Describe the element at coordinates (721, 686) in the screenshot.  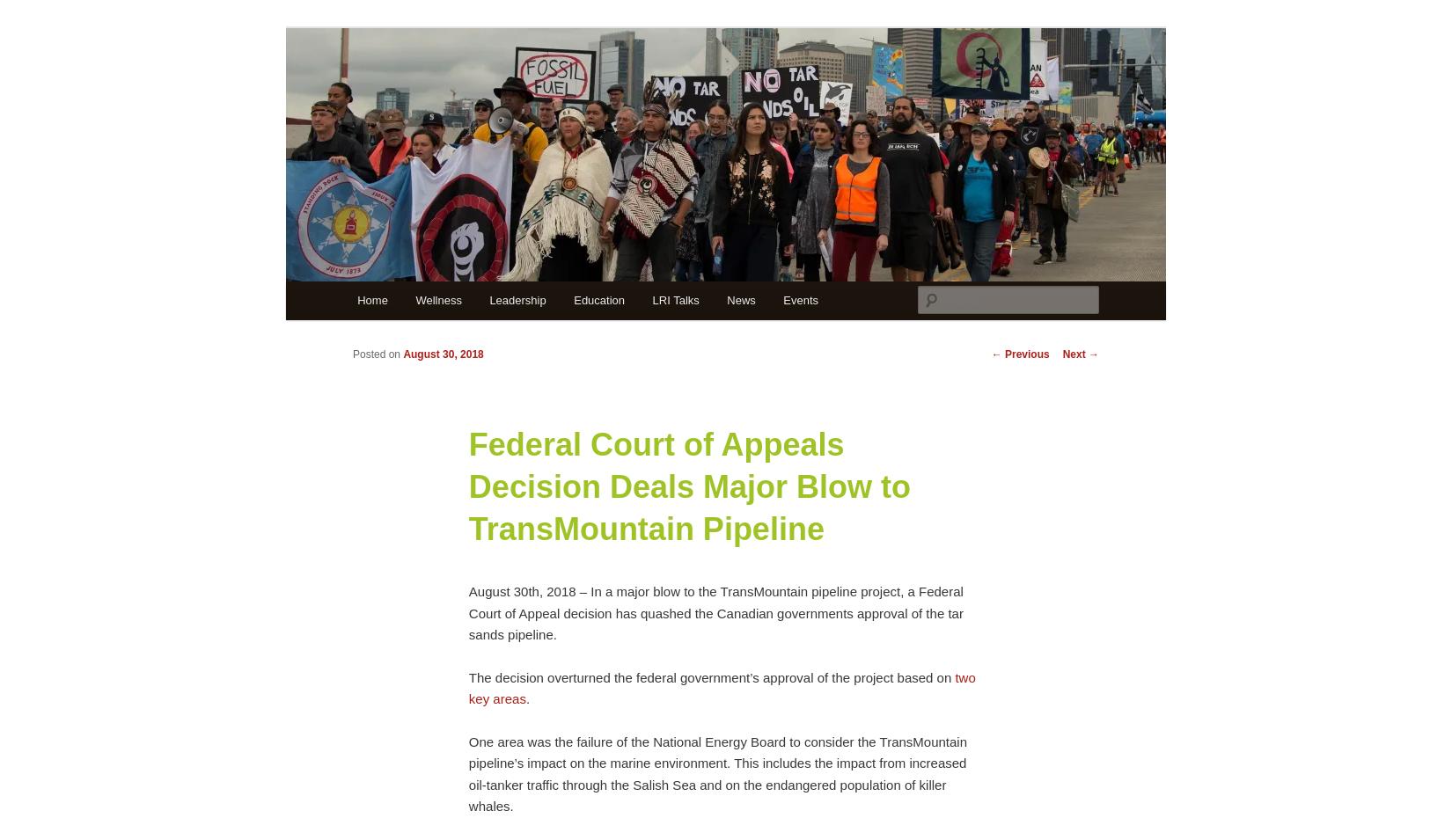
I see `'two key areas'` at that location.